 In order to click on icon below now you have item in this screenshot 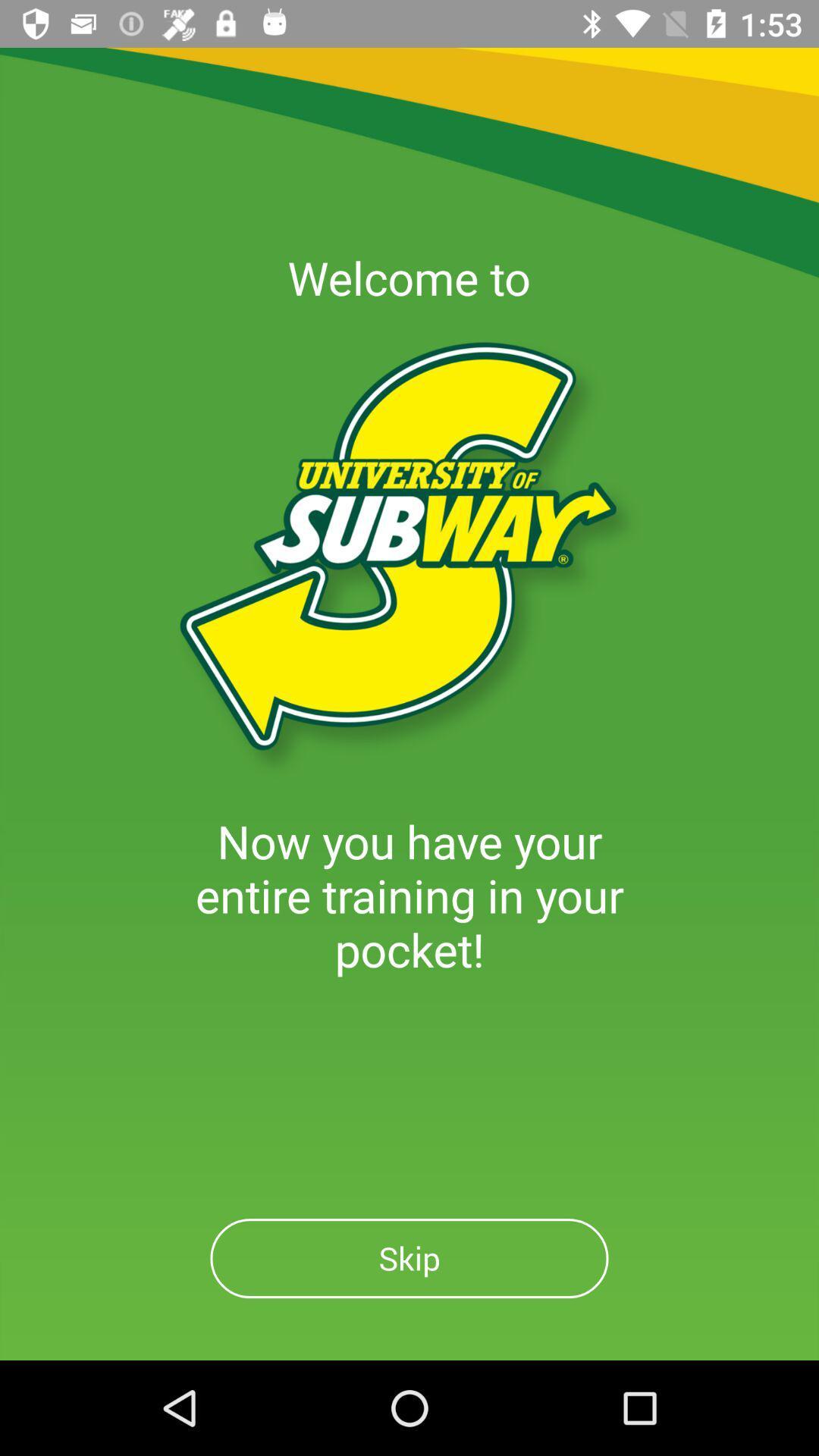, I will do `click(409, 1258)`.